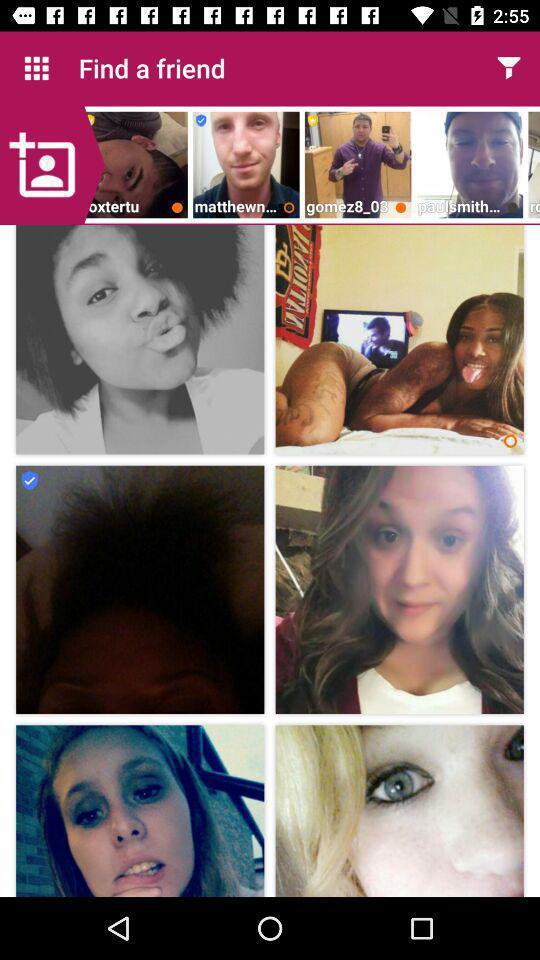 Image resolution: width=540 pixels, height=960 pixels. I want to click on profile, so click(52, 164).